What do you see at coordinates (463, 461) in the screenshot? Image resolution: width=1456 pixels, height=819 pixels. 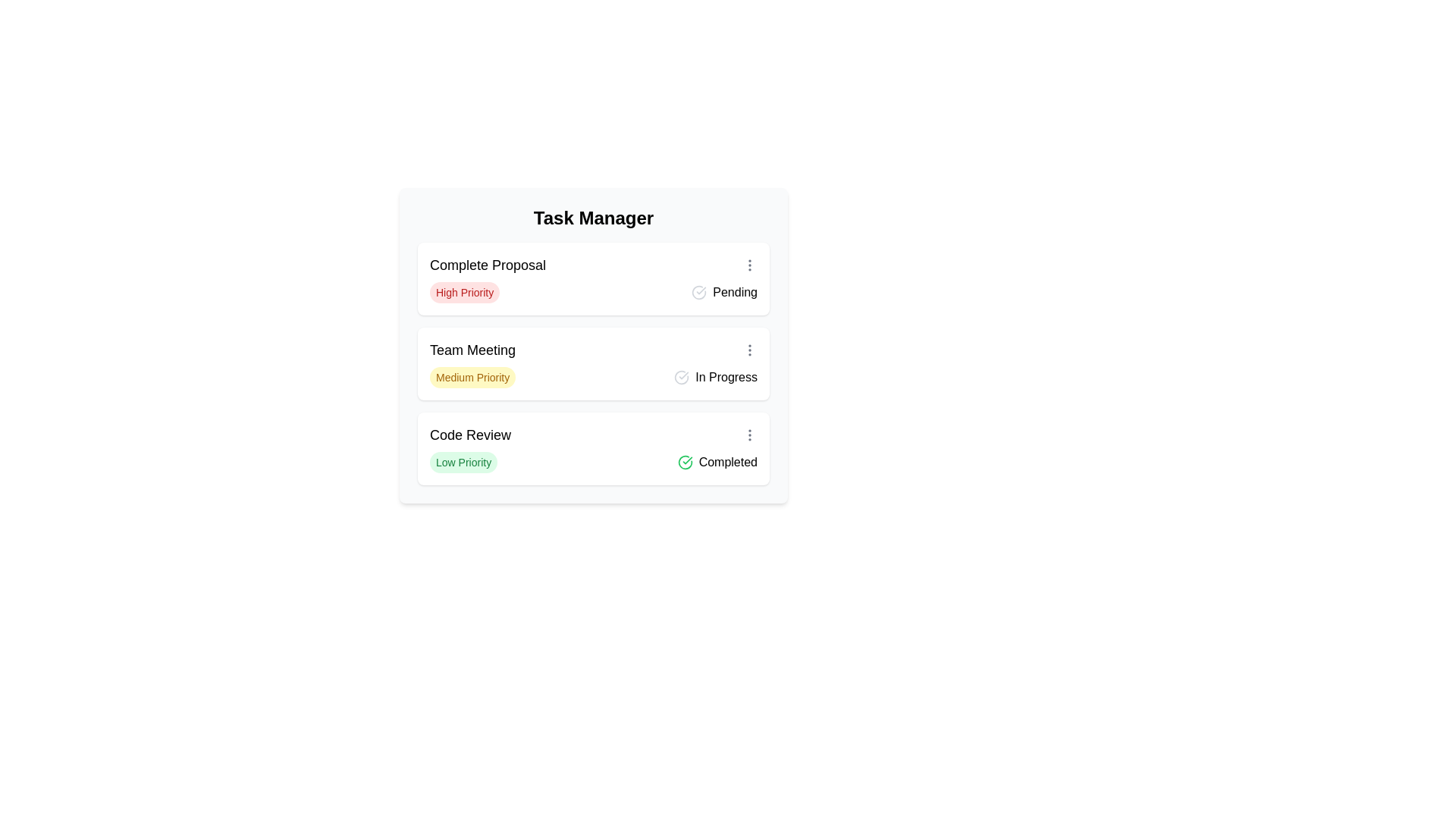 I see `the low priority badge indicating the 'Code Review' task, located in the third row of the task list` at bounding box center [463, 461].